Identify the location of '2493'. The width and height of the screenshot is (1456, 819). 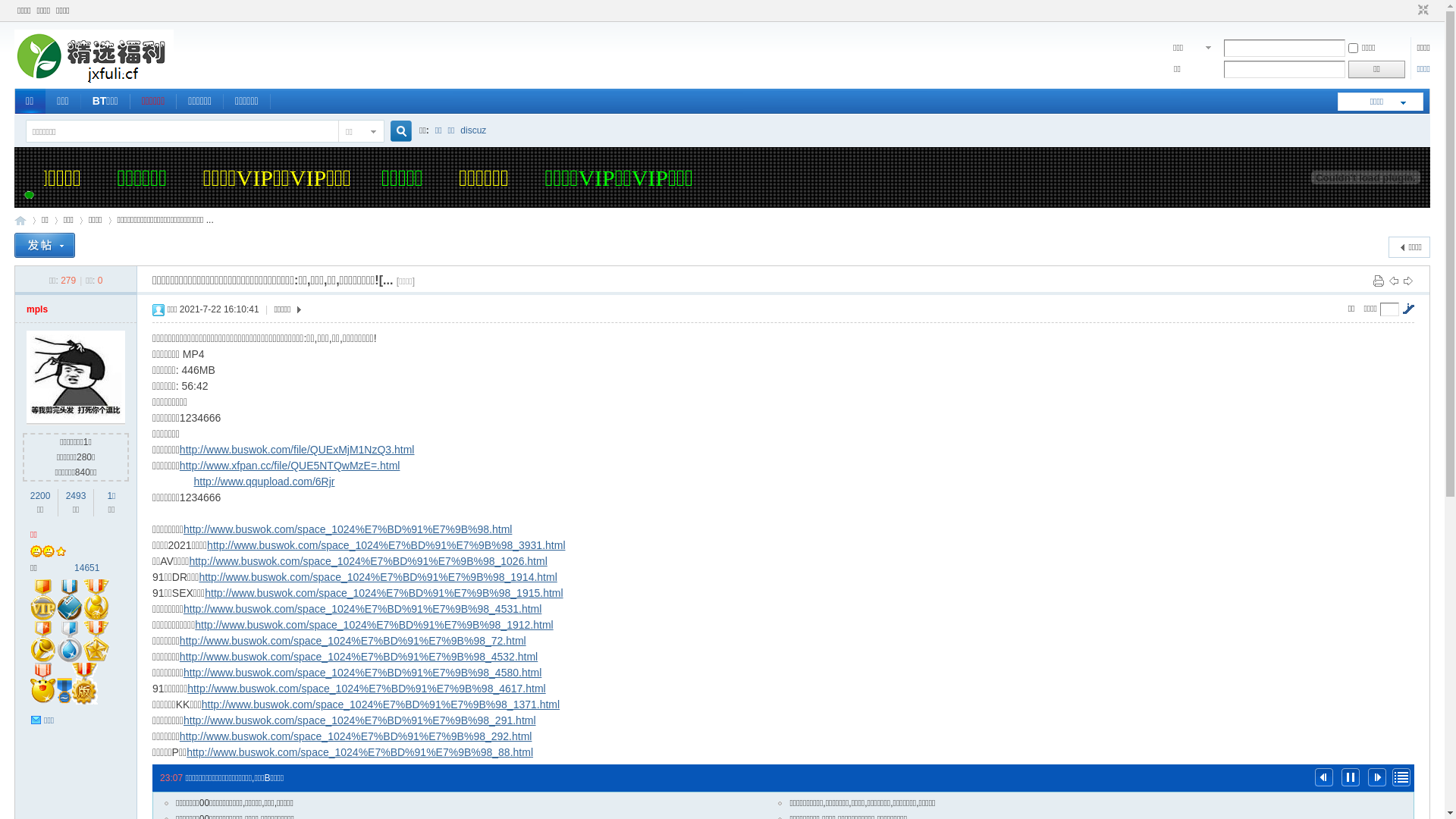
(75, 496).